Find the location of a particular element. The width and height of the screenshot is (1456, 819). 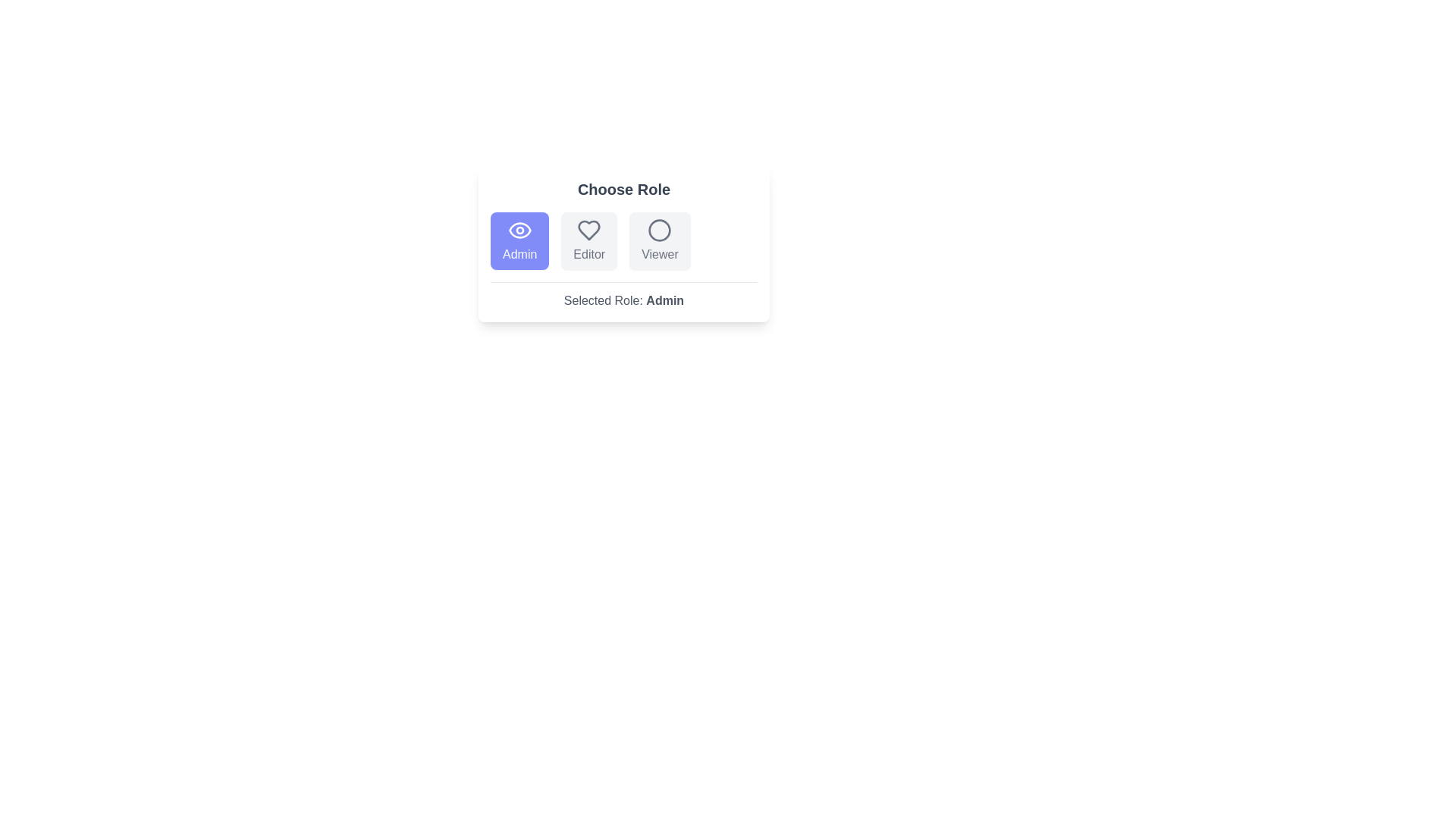

the leftmost button in the group of three buttons is located at coordinates (519, 240).